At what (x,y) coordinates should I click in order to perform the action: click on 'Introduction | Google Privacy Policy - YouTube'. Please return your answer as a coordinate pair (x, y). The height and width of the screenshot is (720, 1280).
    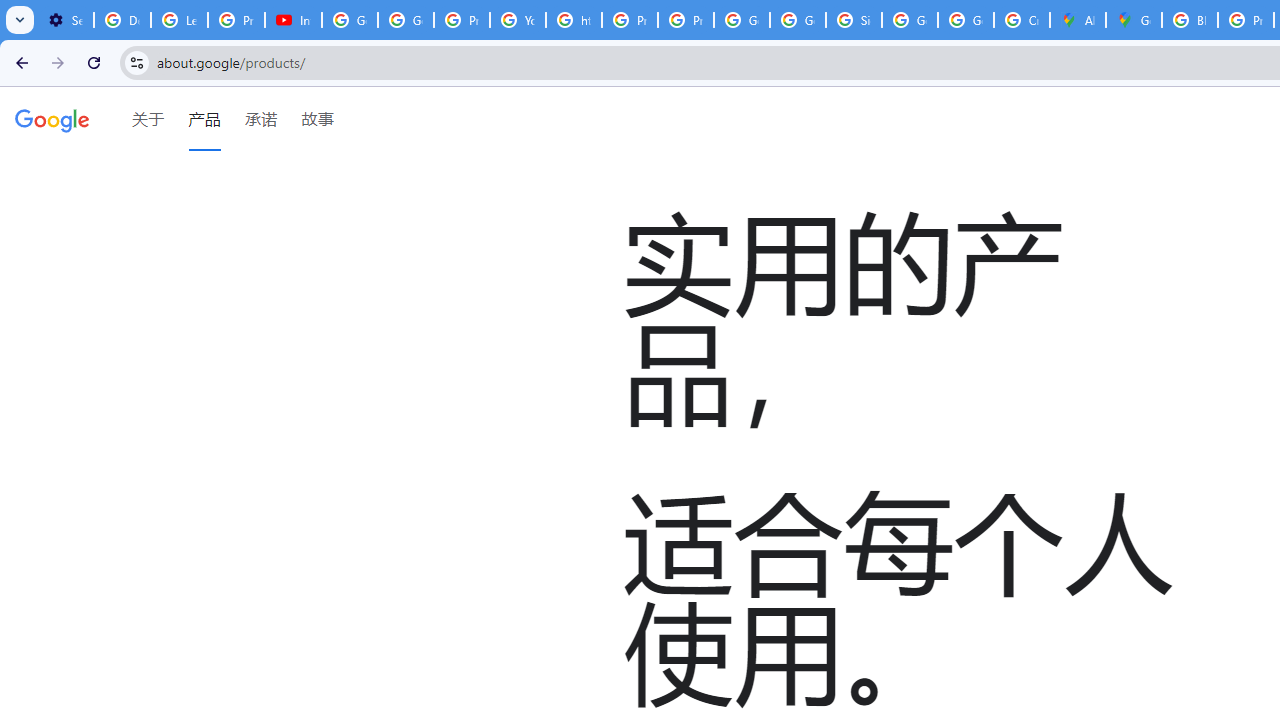
    Looking at the image, I should click on (292, 20).